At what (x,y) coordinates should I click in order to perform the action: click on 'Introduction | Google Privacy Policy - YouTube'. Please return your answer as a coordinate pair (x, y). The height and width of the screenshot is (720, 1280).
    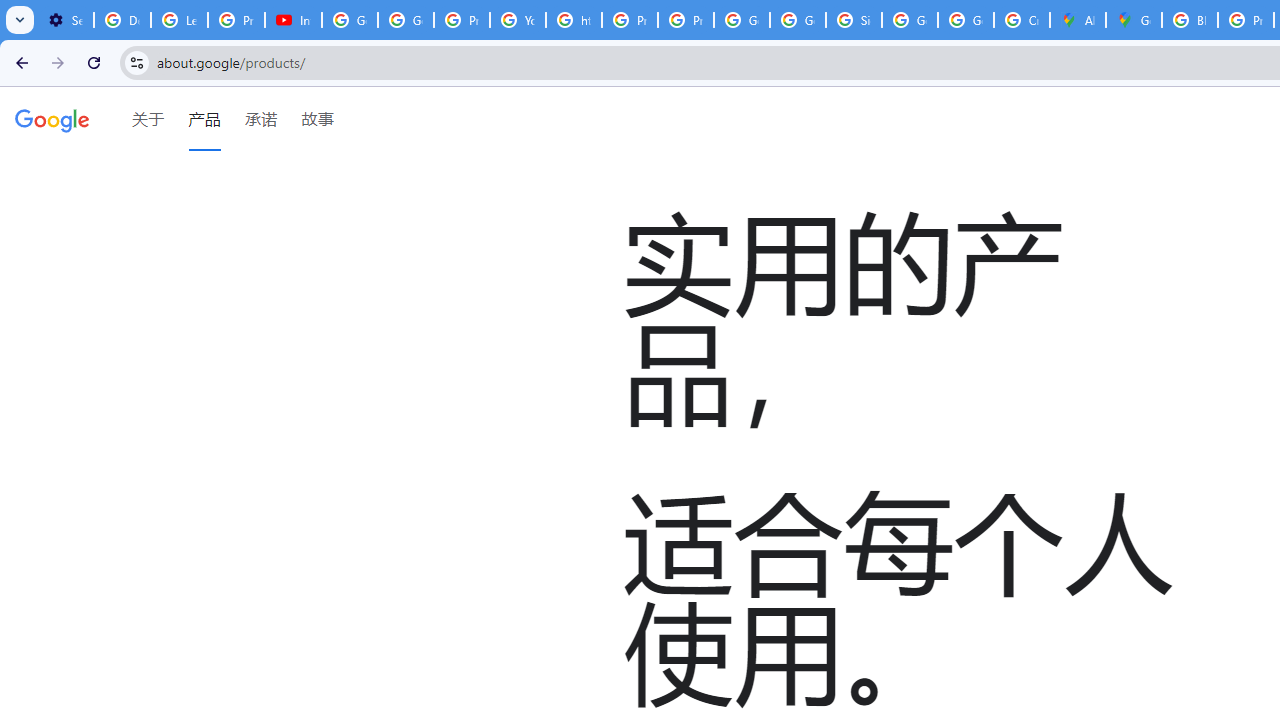
    Looking at the image, I should click on (292, 20).